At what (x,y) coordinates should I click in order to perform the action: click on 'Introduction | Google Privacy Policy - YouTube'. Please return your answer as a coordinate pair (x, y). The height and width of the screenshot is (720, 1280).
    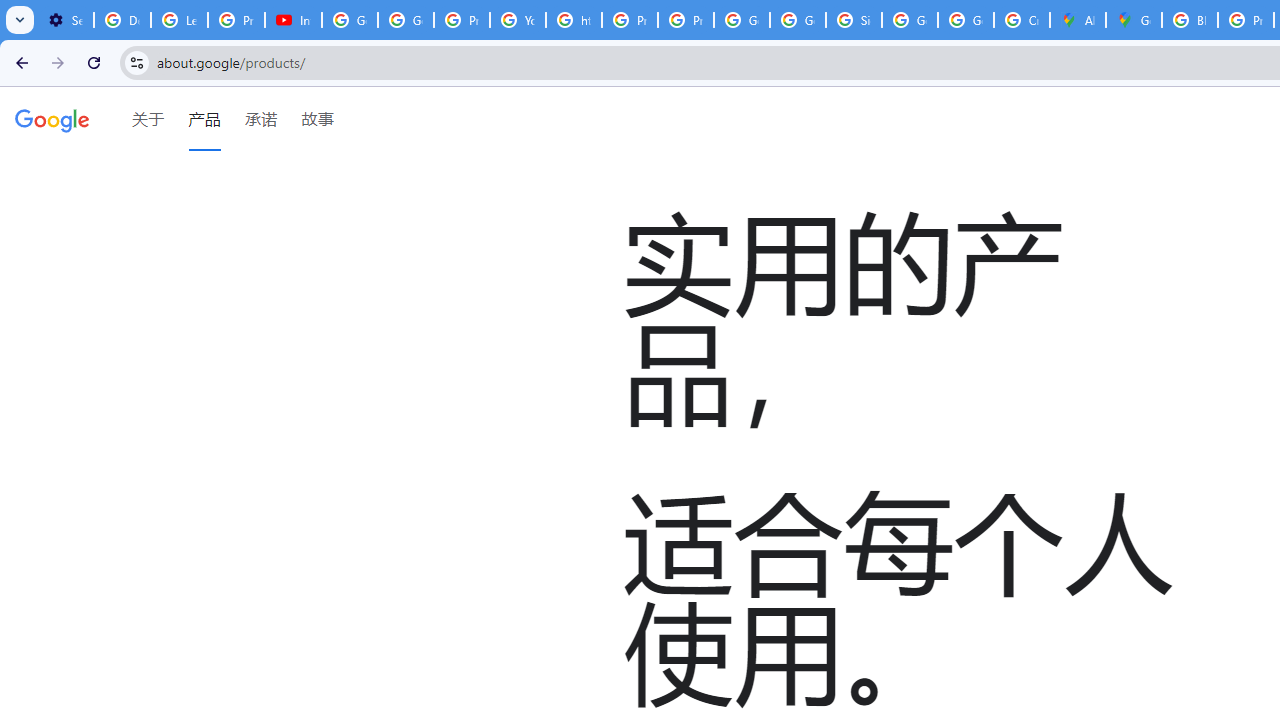
    Looking at the image, I should click on (292, 20).